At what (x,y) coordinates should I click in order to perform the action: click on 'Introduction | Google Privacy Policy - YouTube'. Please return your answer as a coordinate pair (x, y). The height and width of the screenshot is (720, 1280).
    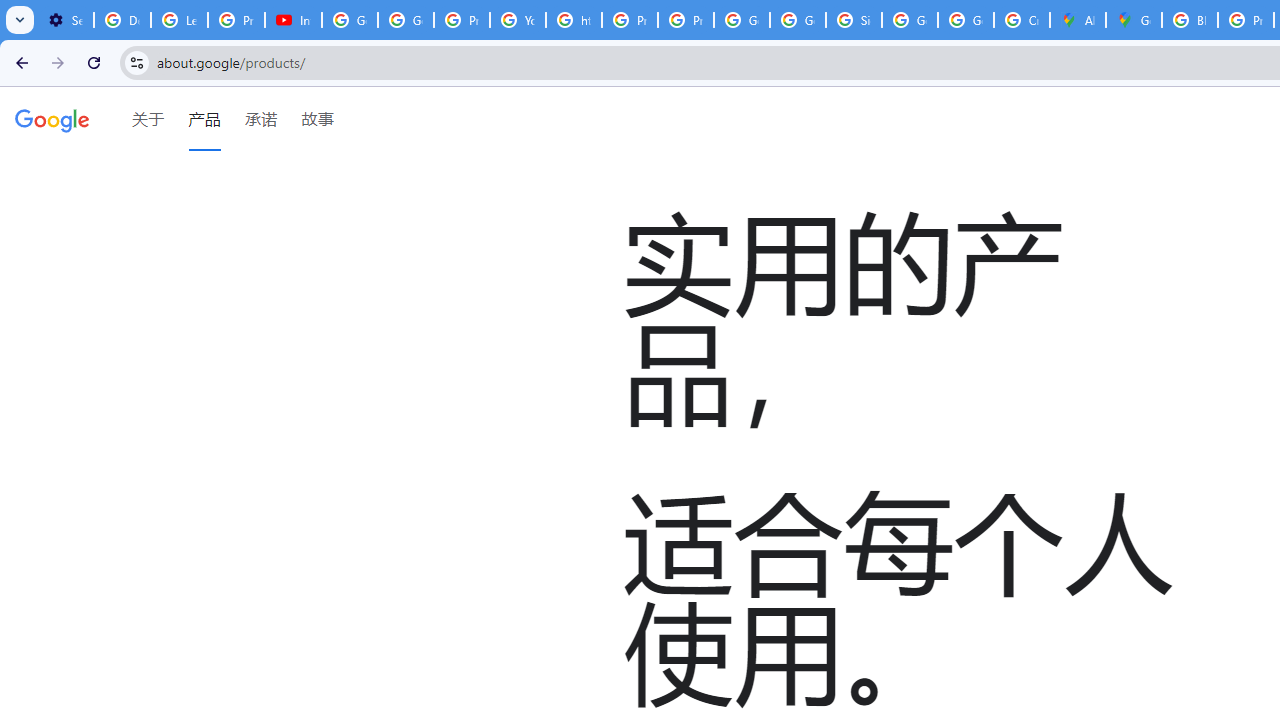
    Looking at the image, I should click on (292, 20).